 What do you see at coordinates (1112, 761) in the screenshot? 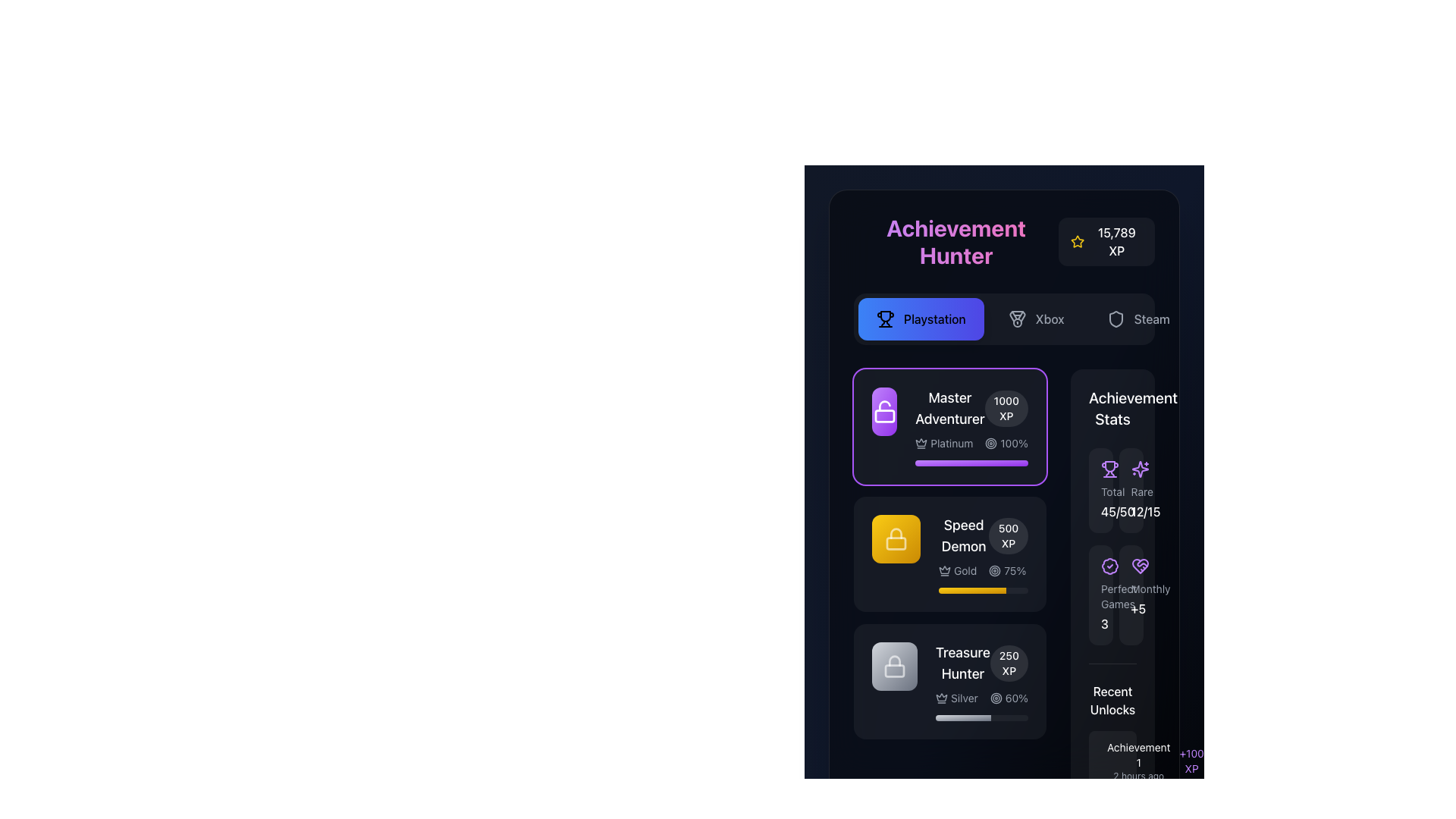
I see `information displayed on the first Informational card in the 'Recent Unlocks' section, which shows 'Achievement 1', '2 hours ago', and '+100 XP'` at bounding box center [1112, 761].